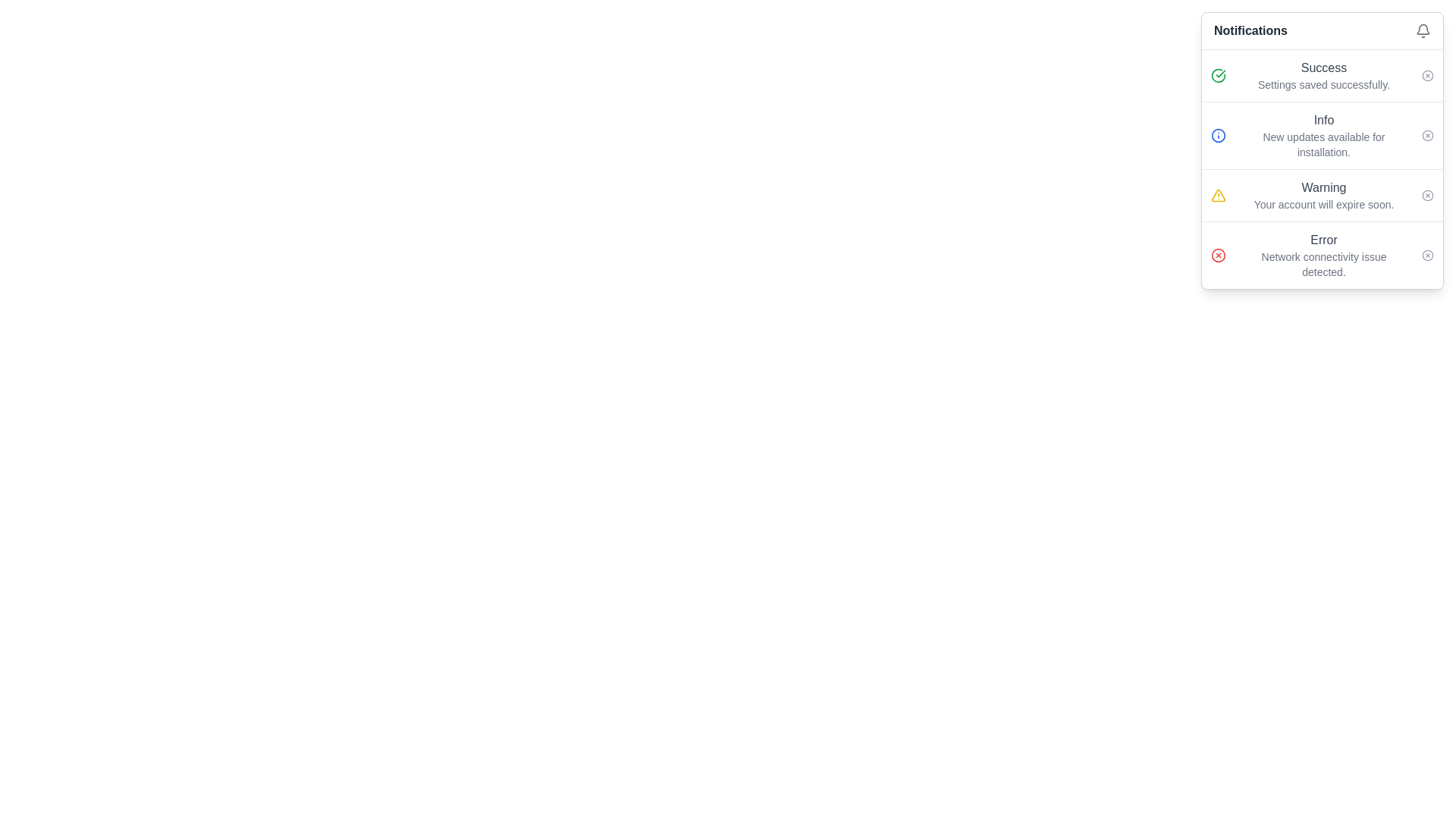  What do you see at coordinates (1219, 254) in the screenshot?
I see `the error notification icon indicating a network connectivity issue, which is positioned as the leading icon of the fourth notification entry in a vertical list` at bounding box center [1219, 254].